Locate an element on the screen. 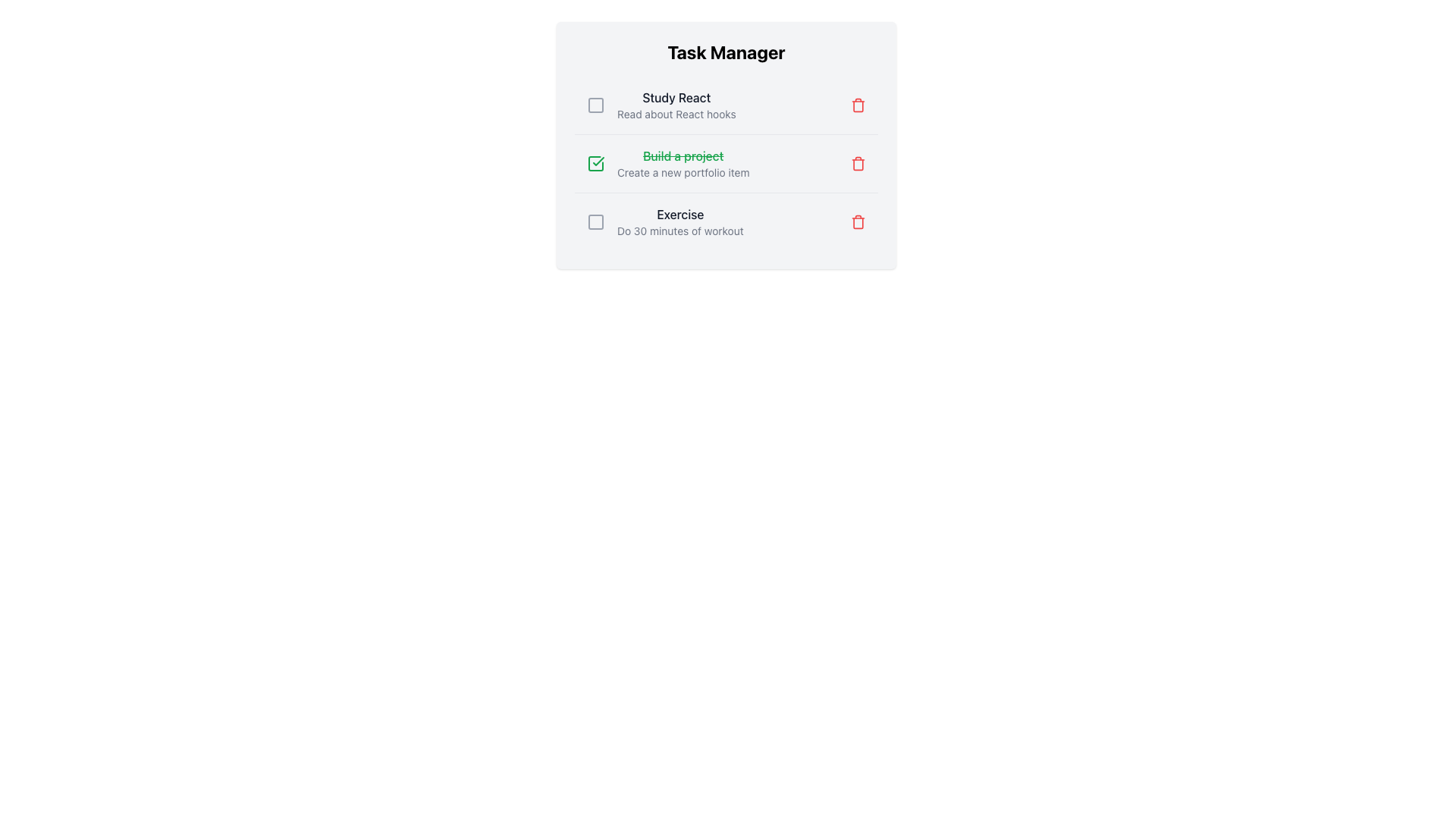 The height and width of the screenshot is (819, 1456). the interactive checkbox located in the row for the 'Exercise - Do 30 minutes of workout' task is located at coordinates (595, 222).